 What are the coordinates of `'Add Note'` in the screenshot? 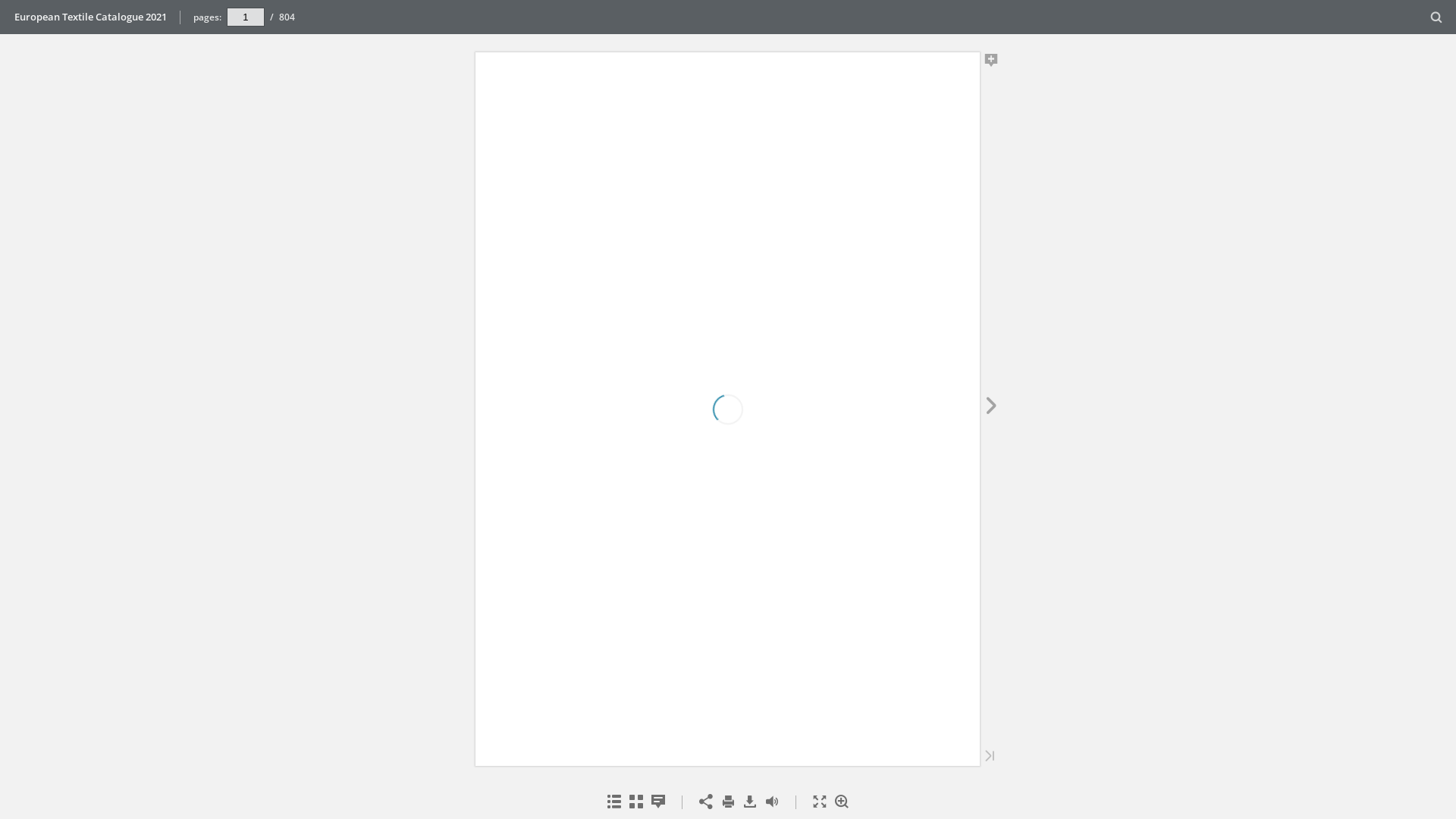 It's located at (991, 62).